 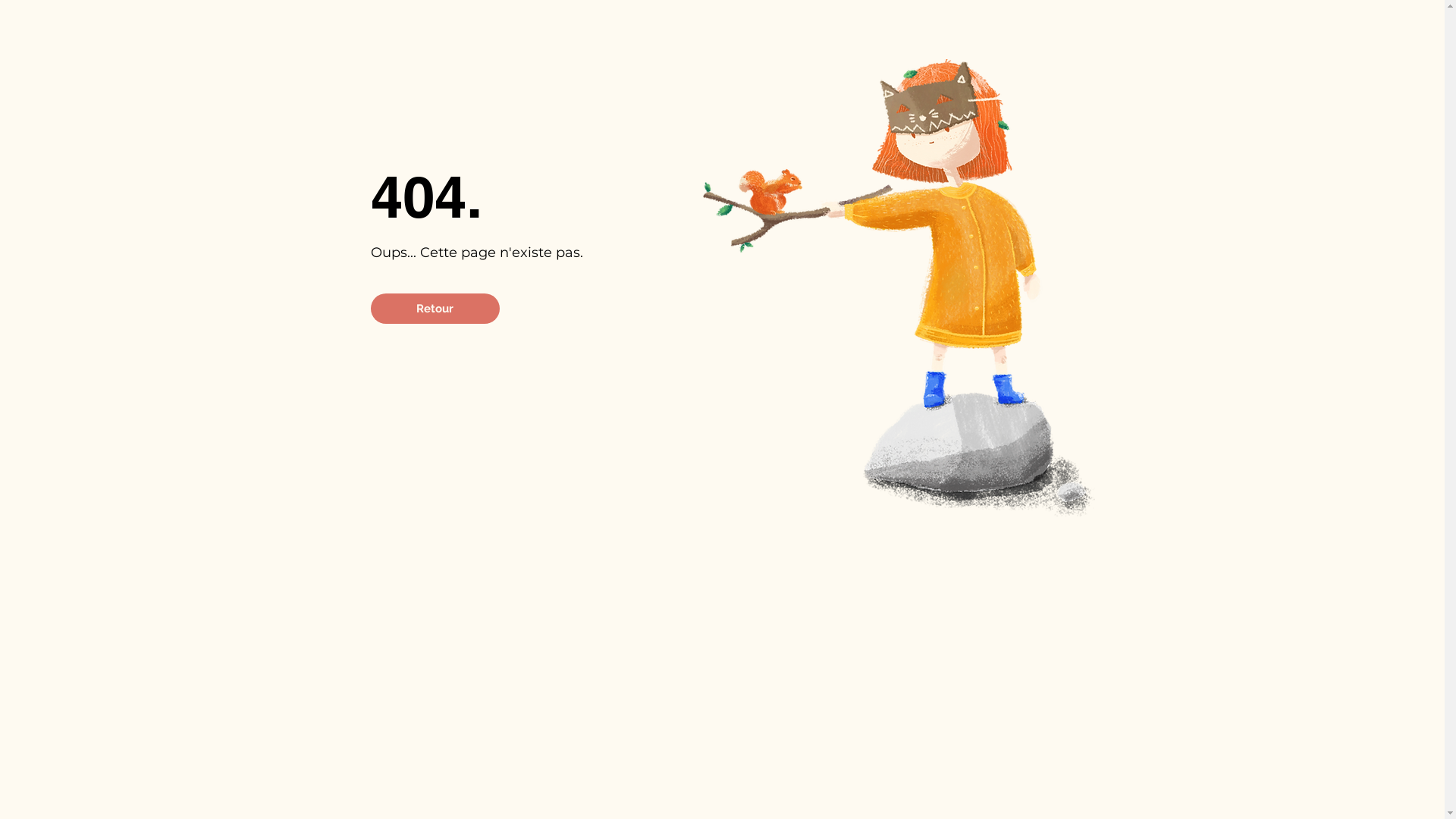 What do you see at coordinates (433, 308) in the screenshot?
I see `'Retour'` at bounding box center [433, 308].